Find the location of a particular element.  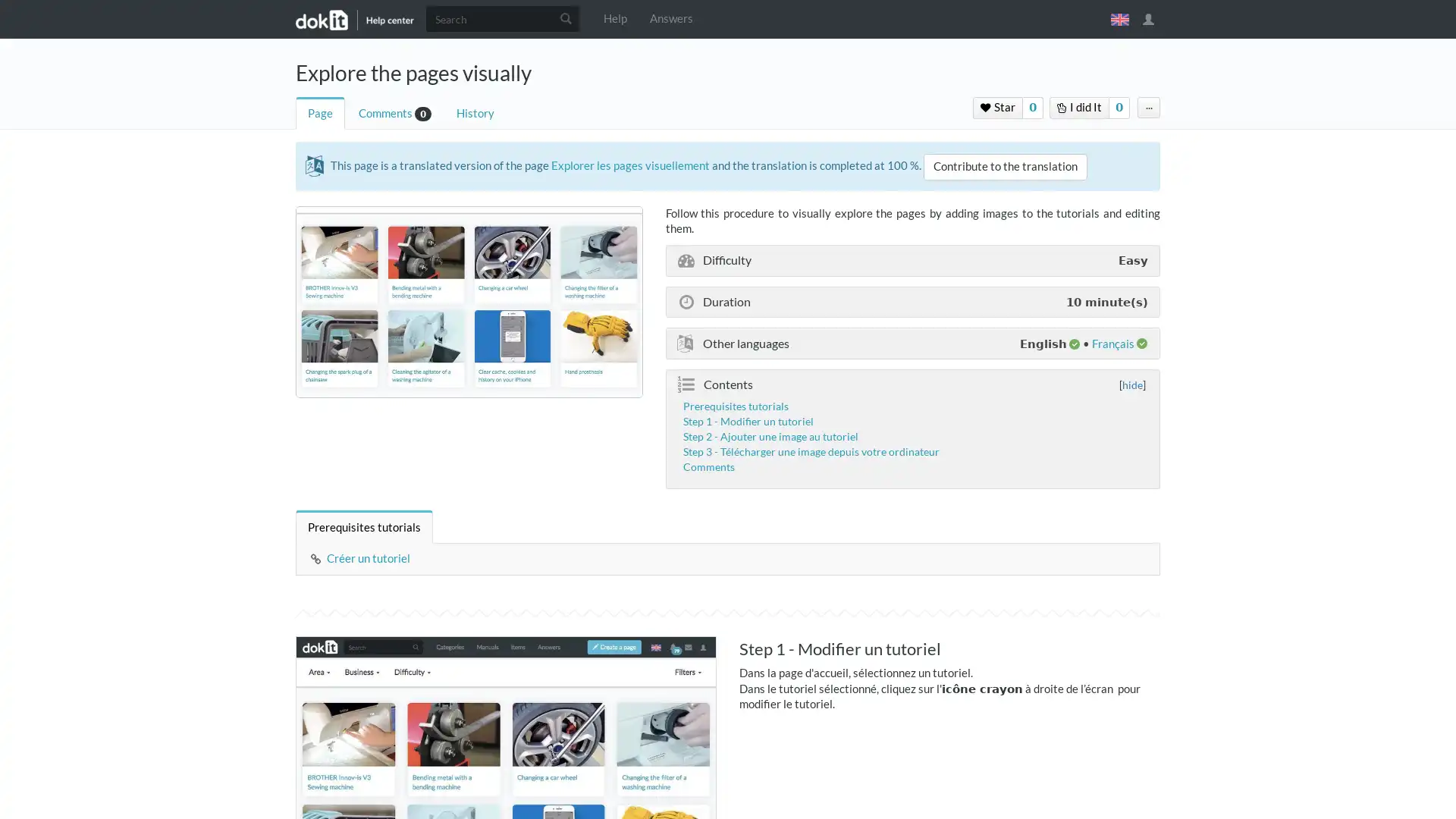

Star is located at coordinates (997, 107).